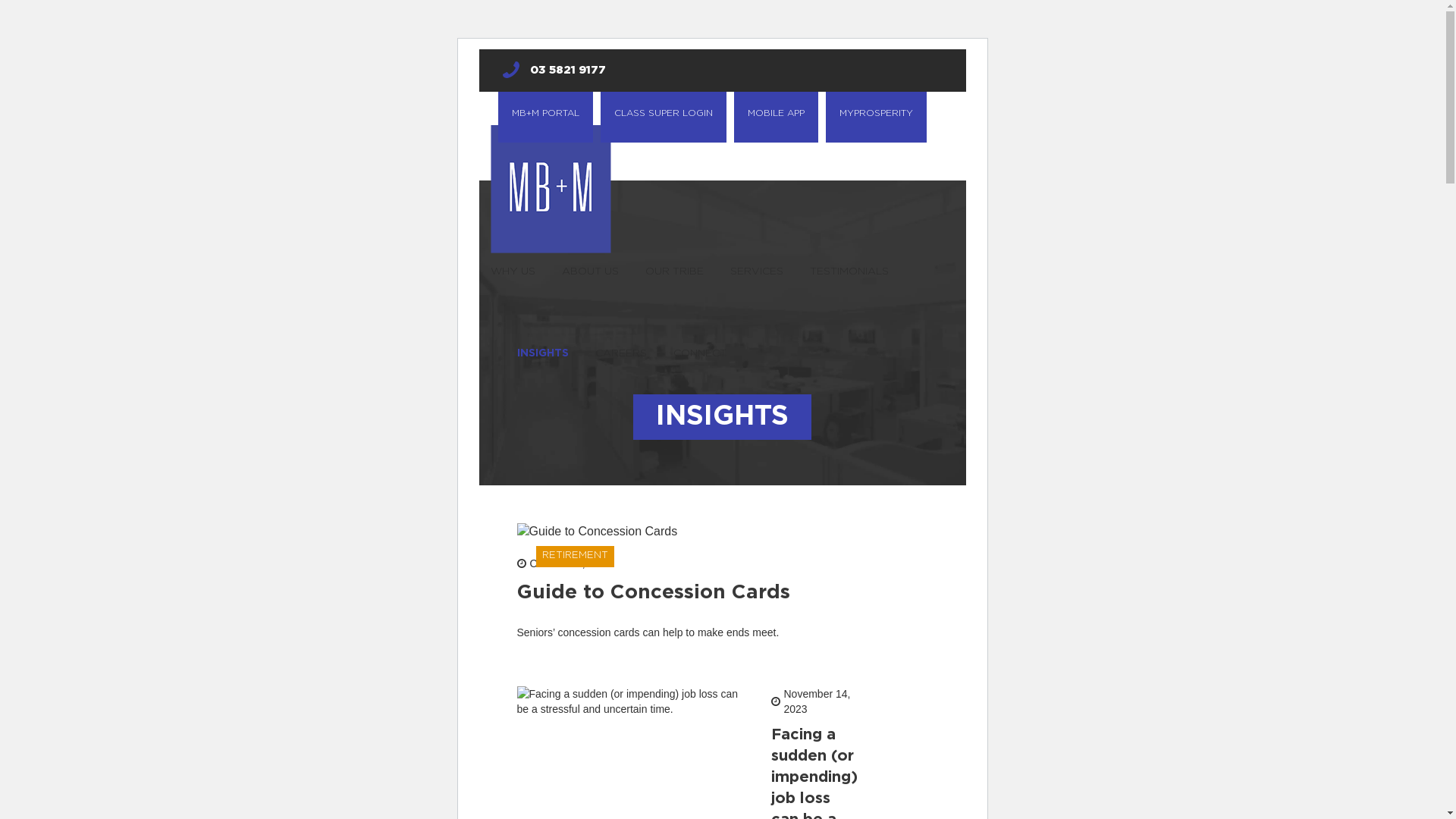  Describe the element at coordinates (516, 353) in the screenshot. I see `'INSIGHTS'` at that location.